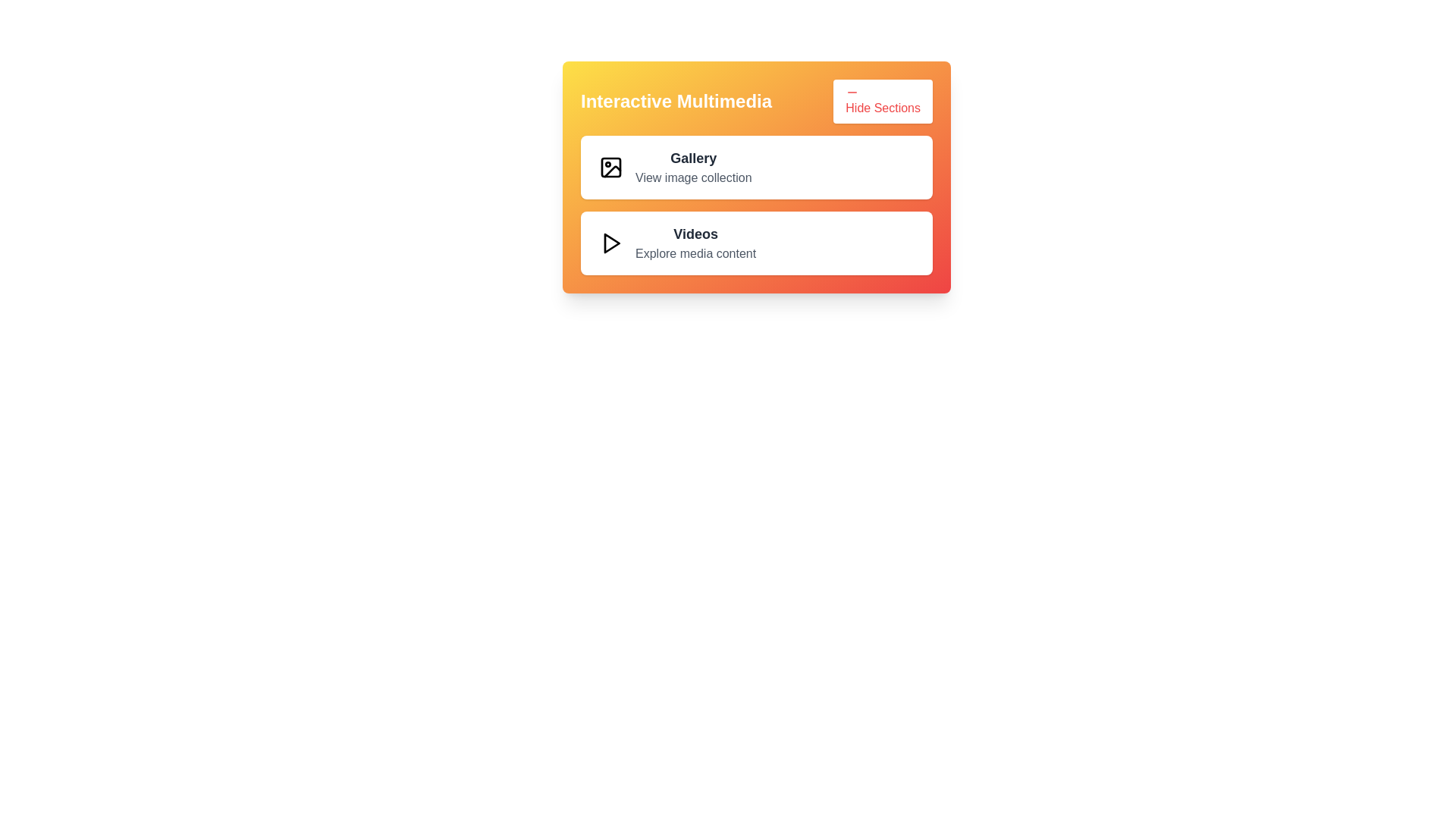 The width and height of the screenshot is (1456, 819). I want to click on the 'Gallery' text label, which is a bold, dark-colored text element located at the top of the multimedia section, within a rectangular area with a gradient background, so click(692, 158).